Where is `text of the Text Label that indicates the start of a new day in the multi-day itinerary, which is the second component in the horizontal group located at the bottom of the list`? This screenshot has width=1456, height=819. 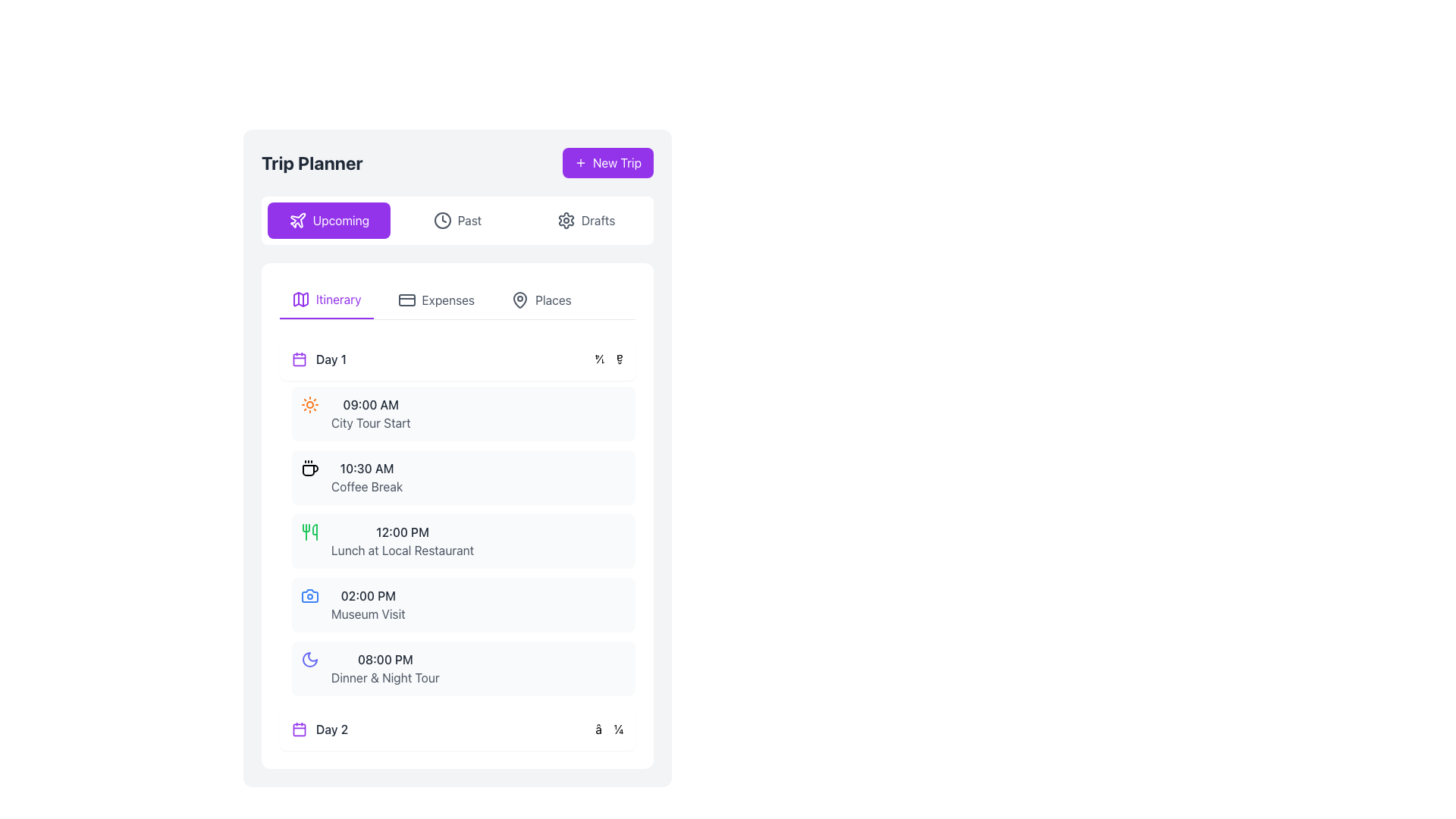 text of the Text Label that indicates the start of a new day in the multi-day itinerary, which is the second component in the horizontal group located at the bottom of the list is located at coordinates (331, 728).